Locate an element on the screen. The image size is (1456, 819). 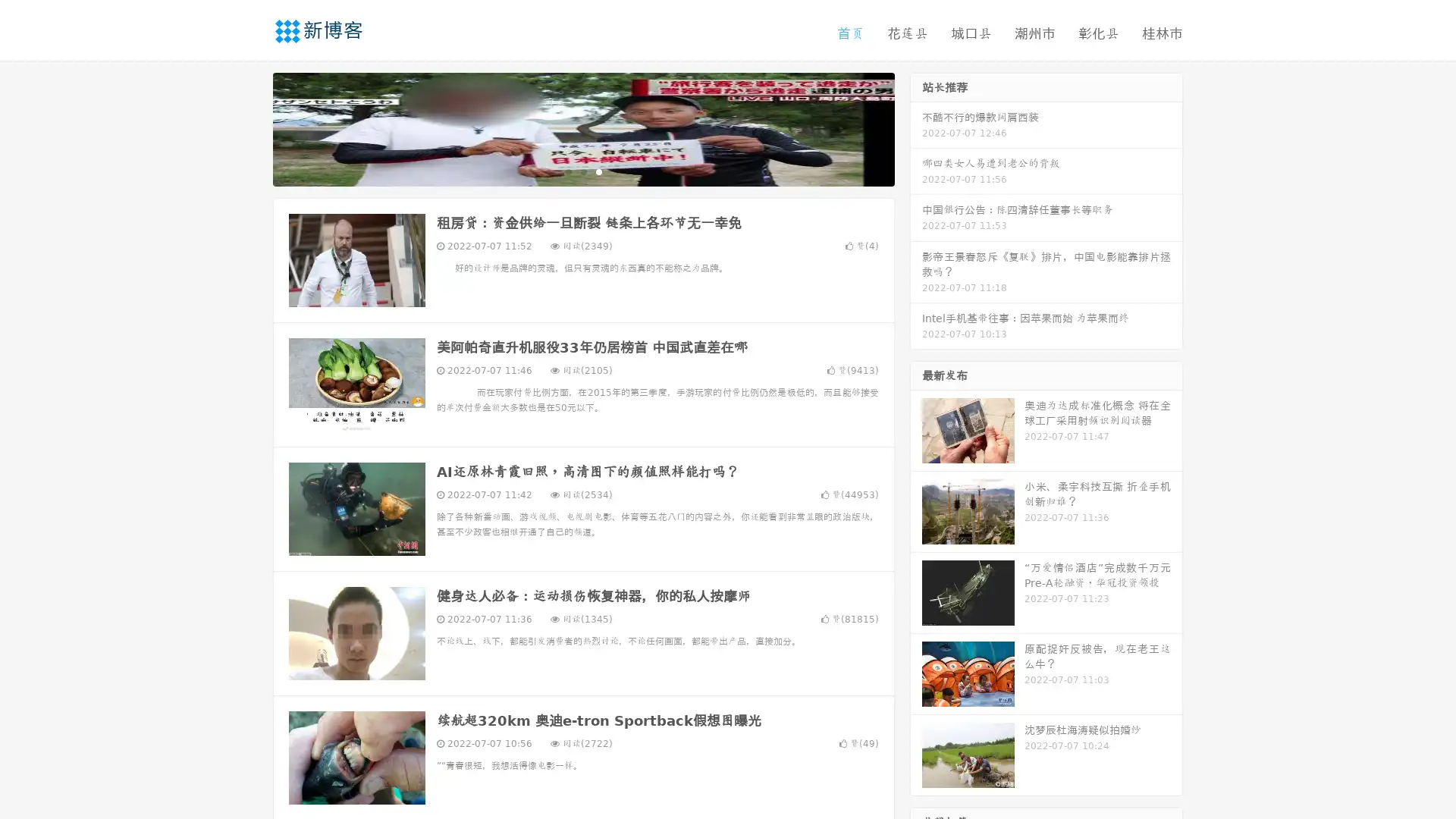
Go to slide 1 is located at coordinates (567, 171).